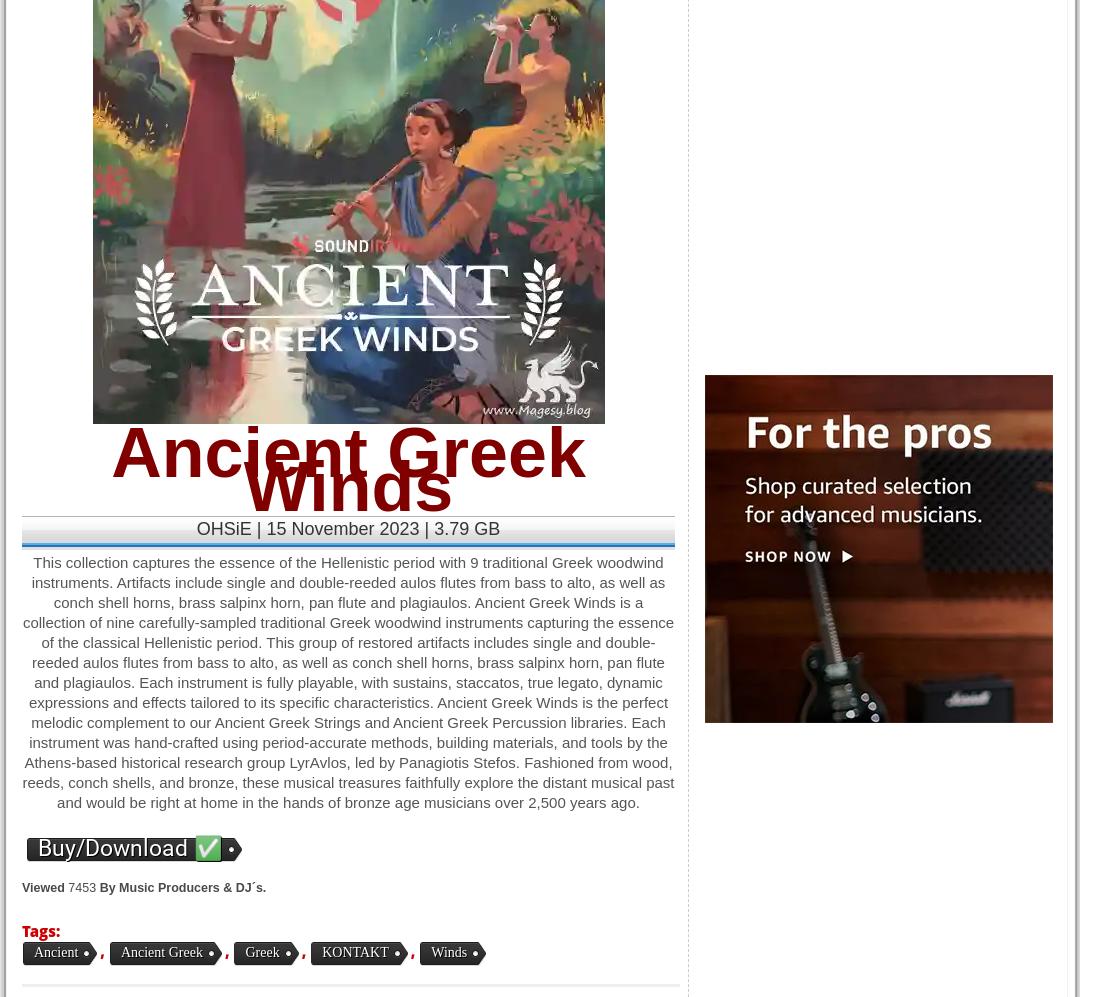 The height and width of the screenshot is (997, 1106). What do you see at coordinates (42, 887) in the screenshot?
I see `'Viewed'` at bounding box center [42, 887].